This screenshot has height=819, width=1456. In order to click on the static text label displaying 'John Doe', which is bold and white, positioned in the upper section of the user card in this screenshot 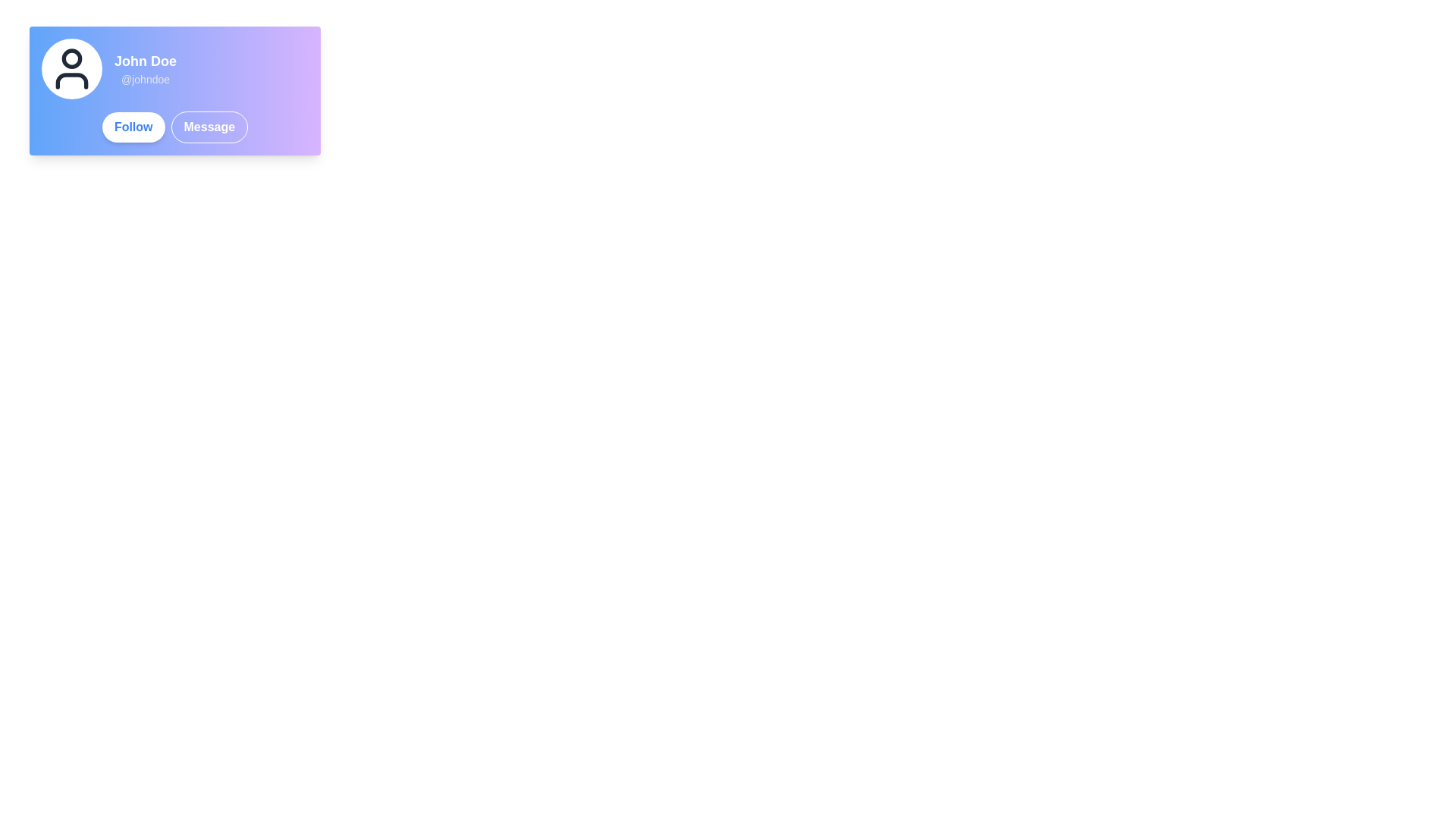, I will do `click(146, 61)`.